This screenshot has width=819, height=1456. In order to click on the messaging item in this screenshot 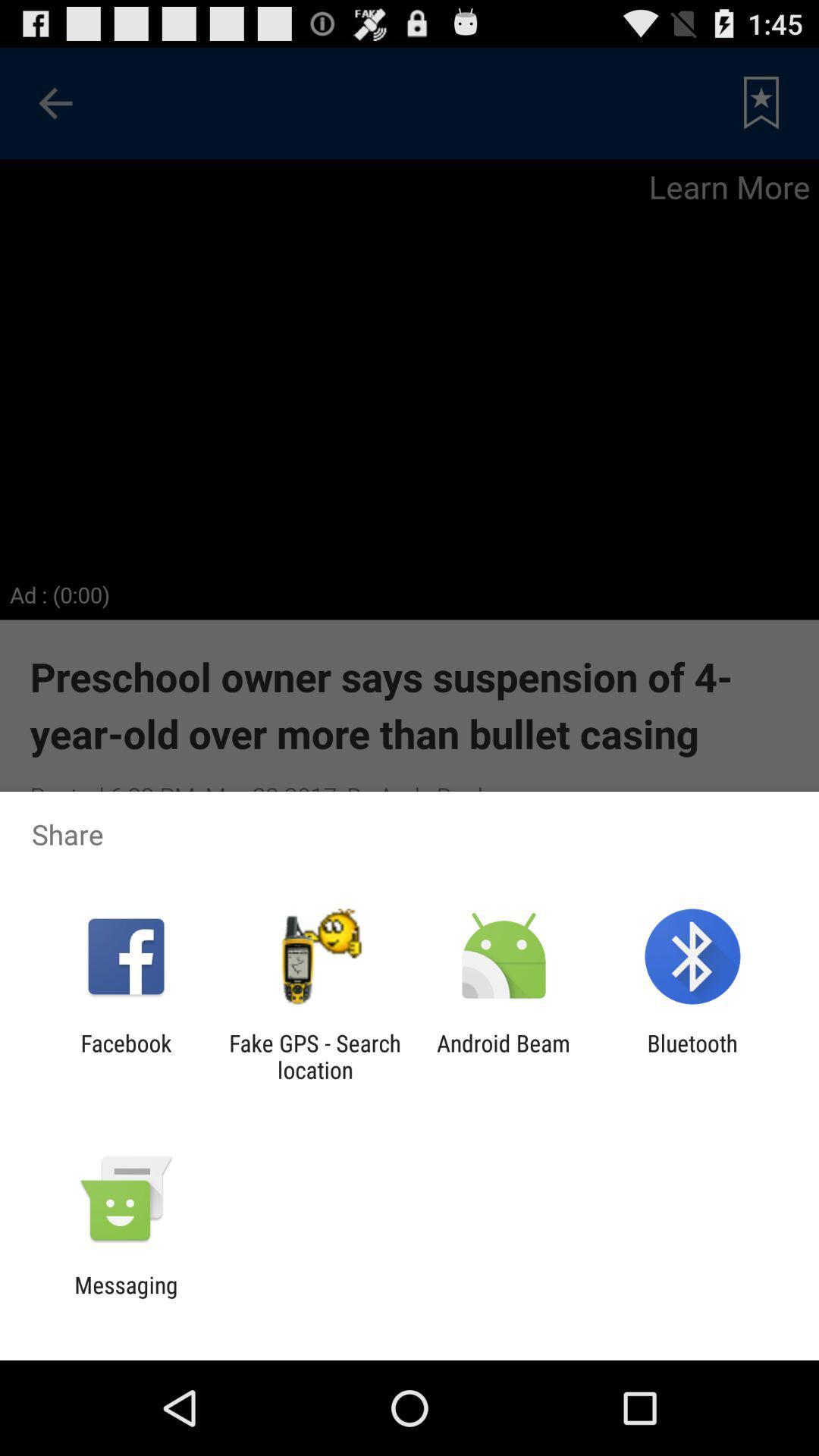, I will do `click(125, 1298)`.